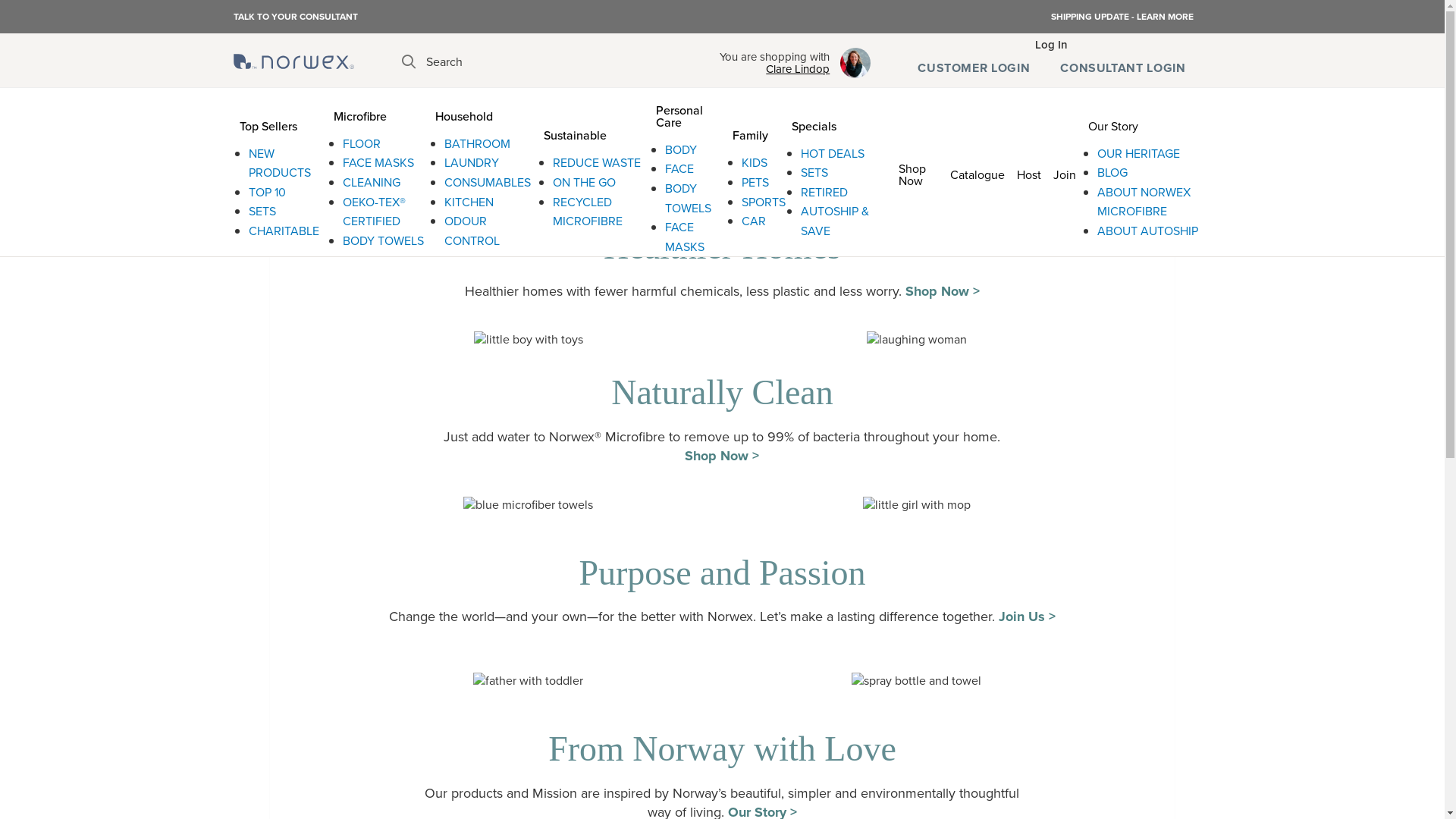 This screenshot has height=819, width=1456. Describe the element at coordinates (596, 162) in the screenshot. I see `'REDUCE WASTE'` at that location.